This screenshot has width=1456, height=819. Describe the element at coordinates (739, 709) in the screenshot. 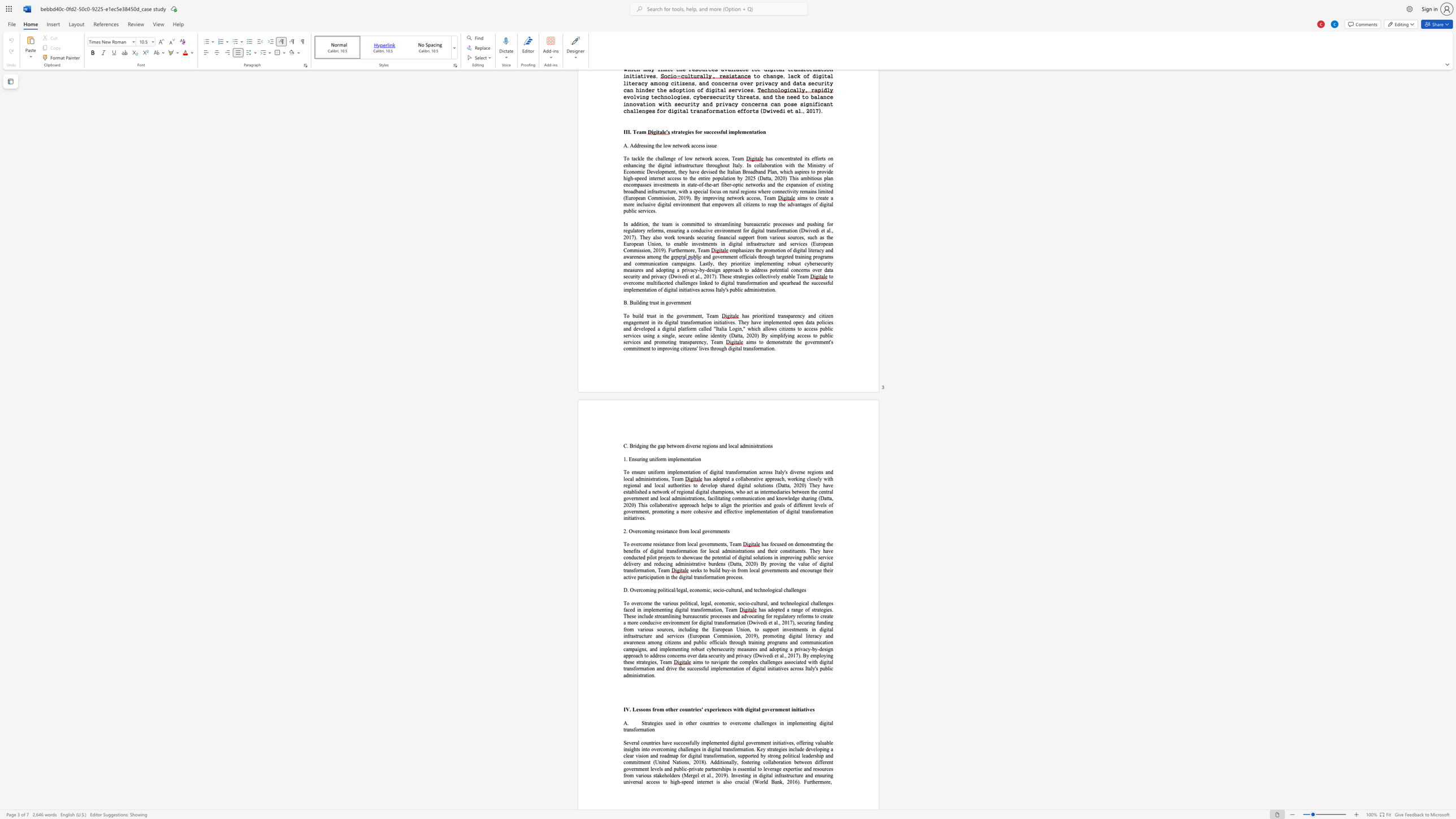

I see `the 3th character "t" in the text` at that location.